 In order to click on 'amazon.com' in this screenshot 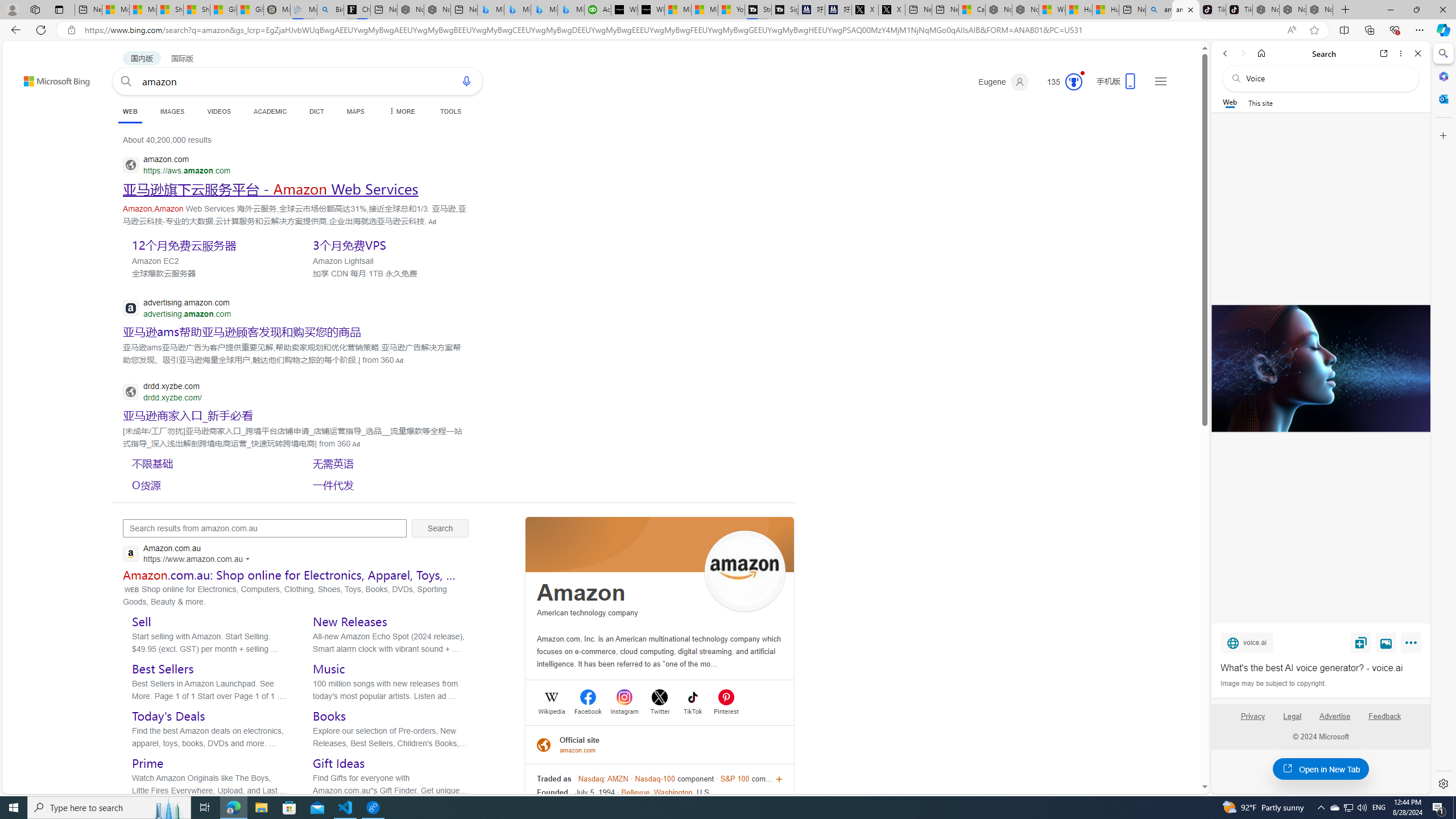, I will do `click(579, 750)`.